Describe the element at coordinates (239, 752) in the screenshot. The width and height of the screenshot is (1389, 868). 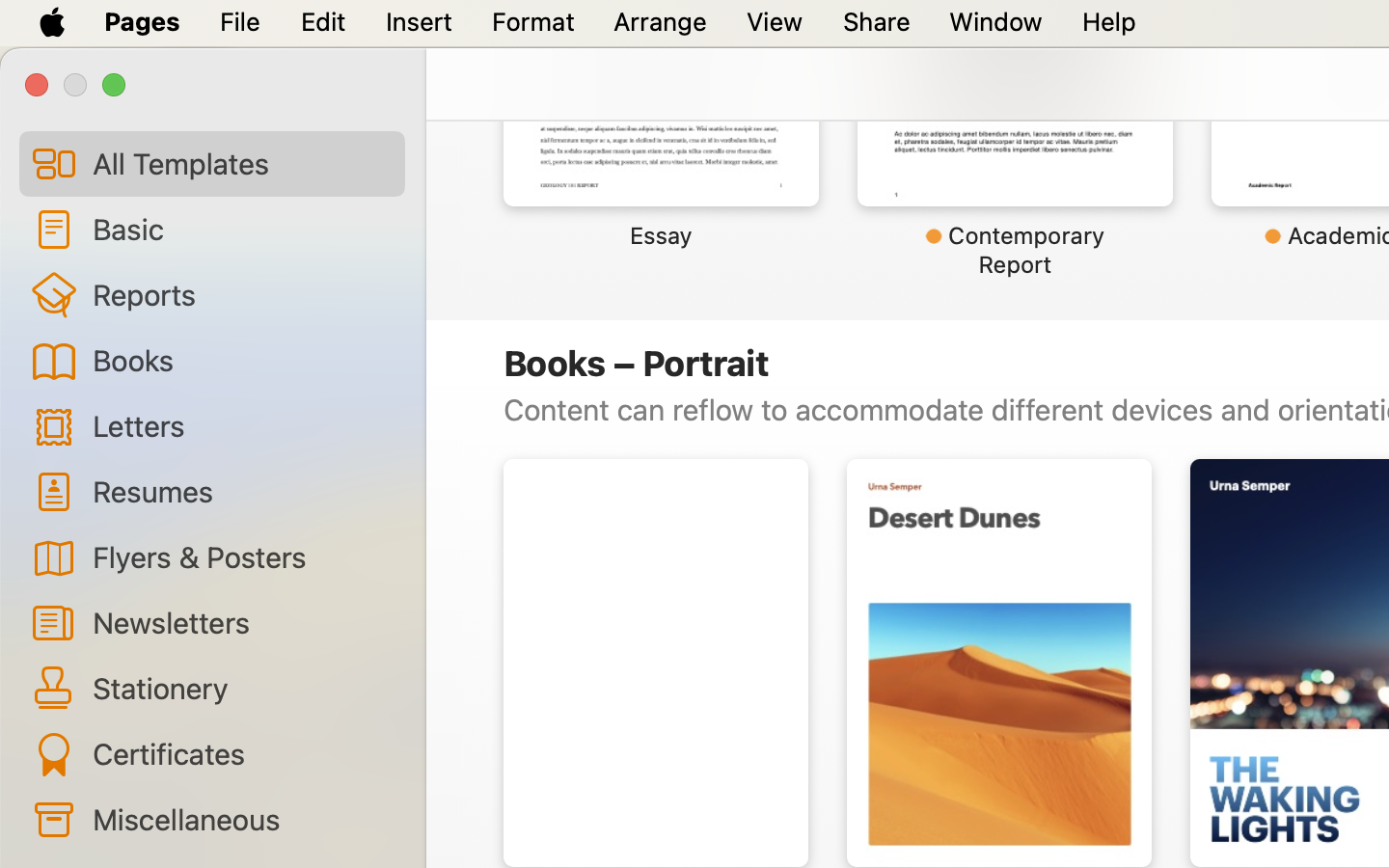
I see `'Certificates'` at that location.